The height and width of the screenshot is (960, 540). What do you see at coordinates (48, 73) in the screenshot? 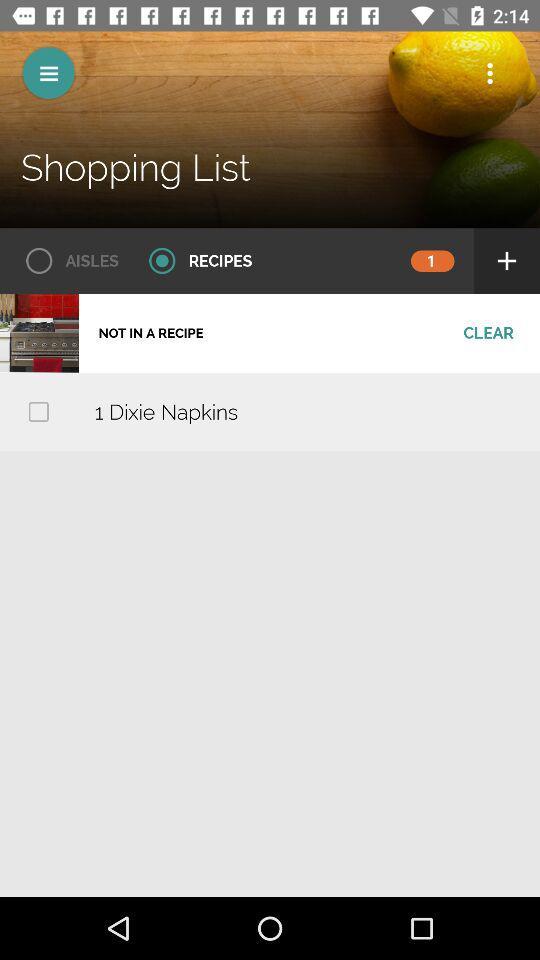
I see `open menu` at bounding box center [48, 73].